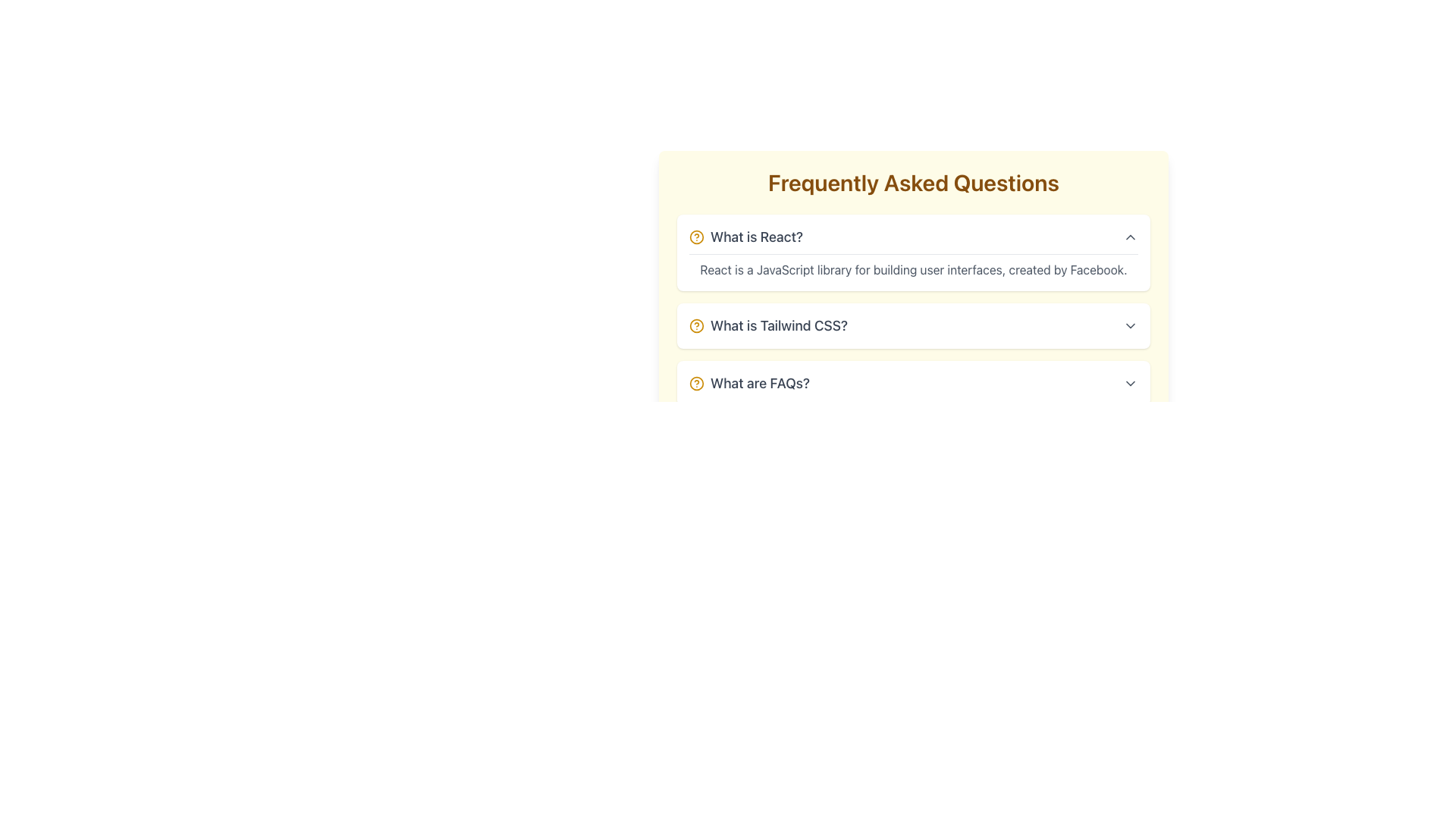  Describe the element at coordinates (912, 252) in the screenshot. I see `the expandable list item titled 'What is React?' in the FAQ component` at that location.